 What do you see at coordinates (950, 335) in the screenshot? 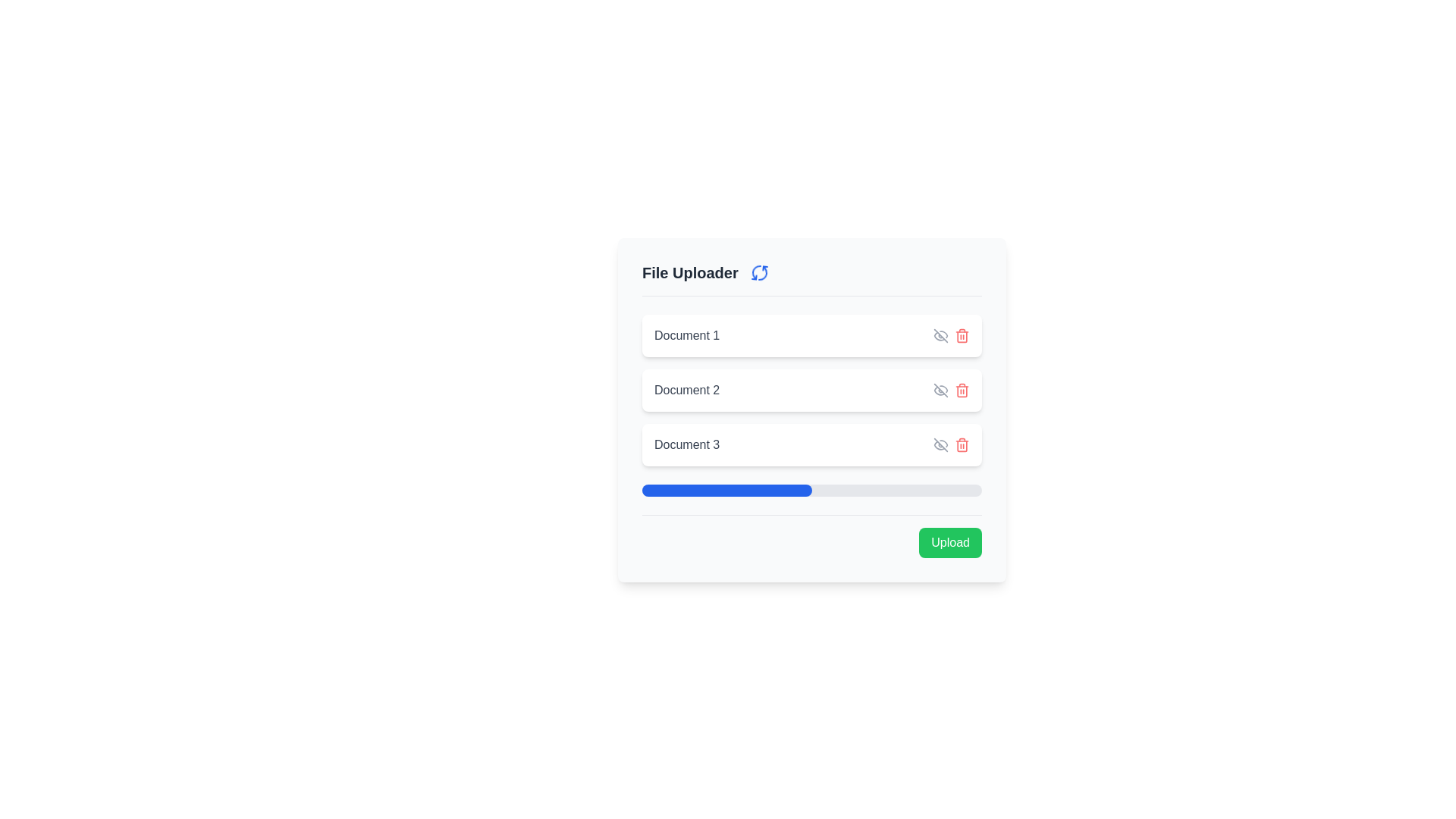
I see `the group of action buttons/icons located at the rightmost part of the horizontal line containing 'Document 1' text` at bounding box center [950, 335].